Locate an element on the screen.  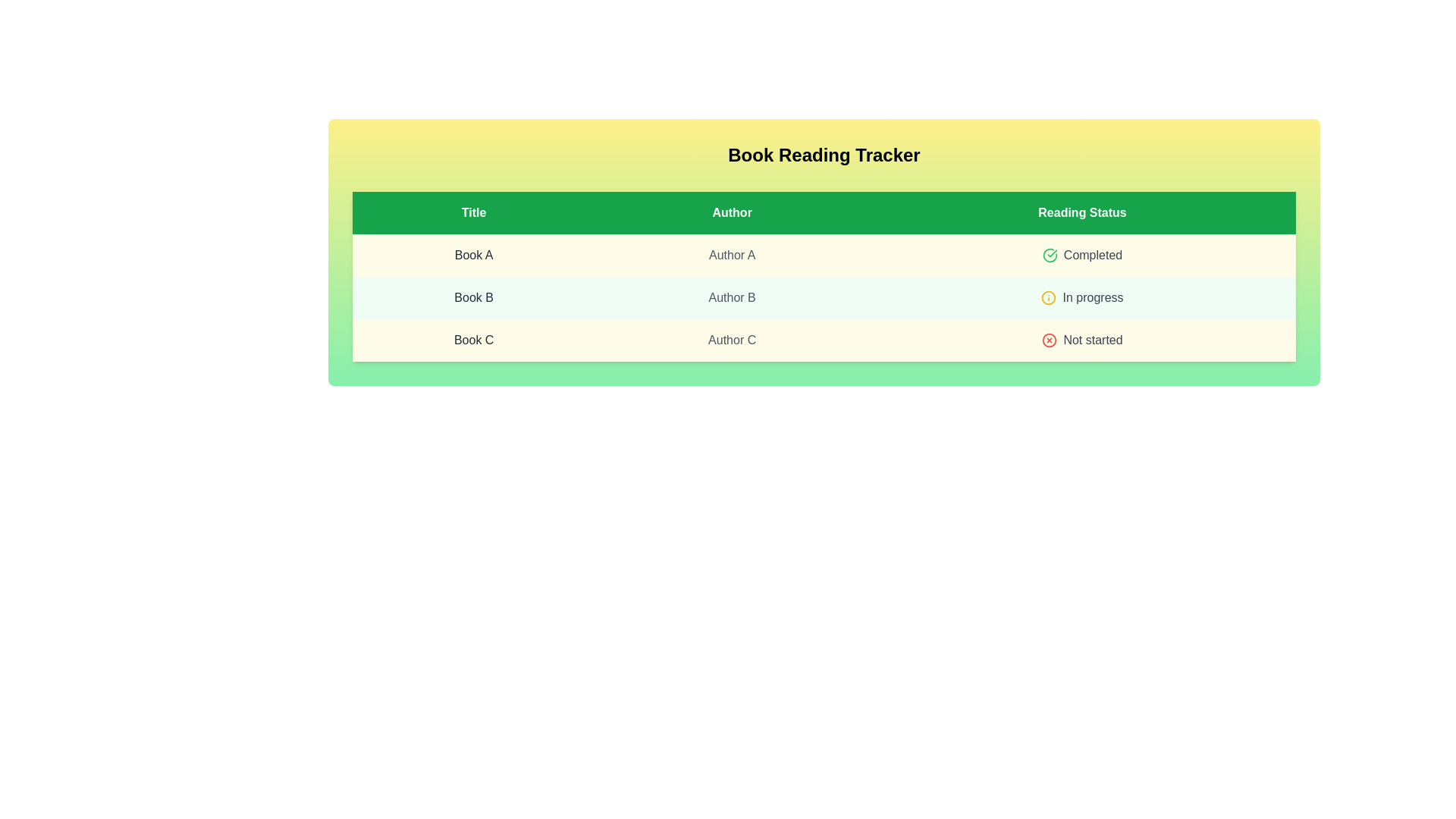
the row corresponding to Book A is located at coordinates (823, 254).